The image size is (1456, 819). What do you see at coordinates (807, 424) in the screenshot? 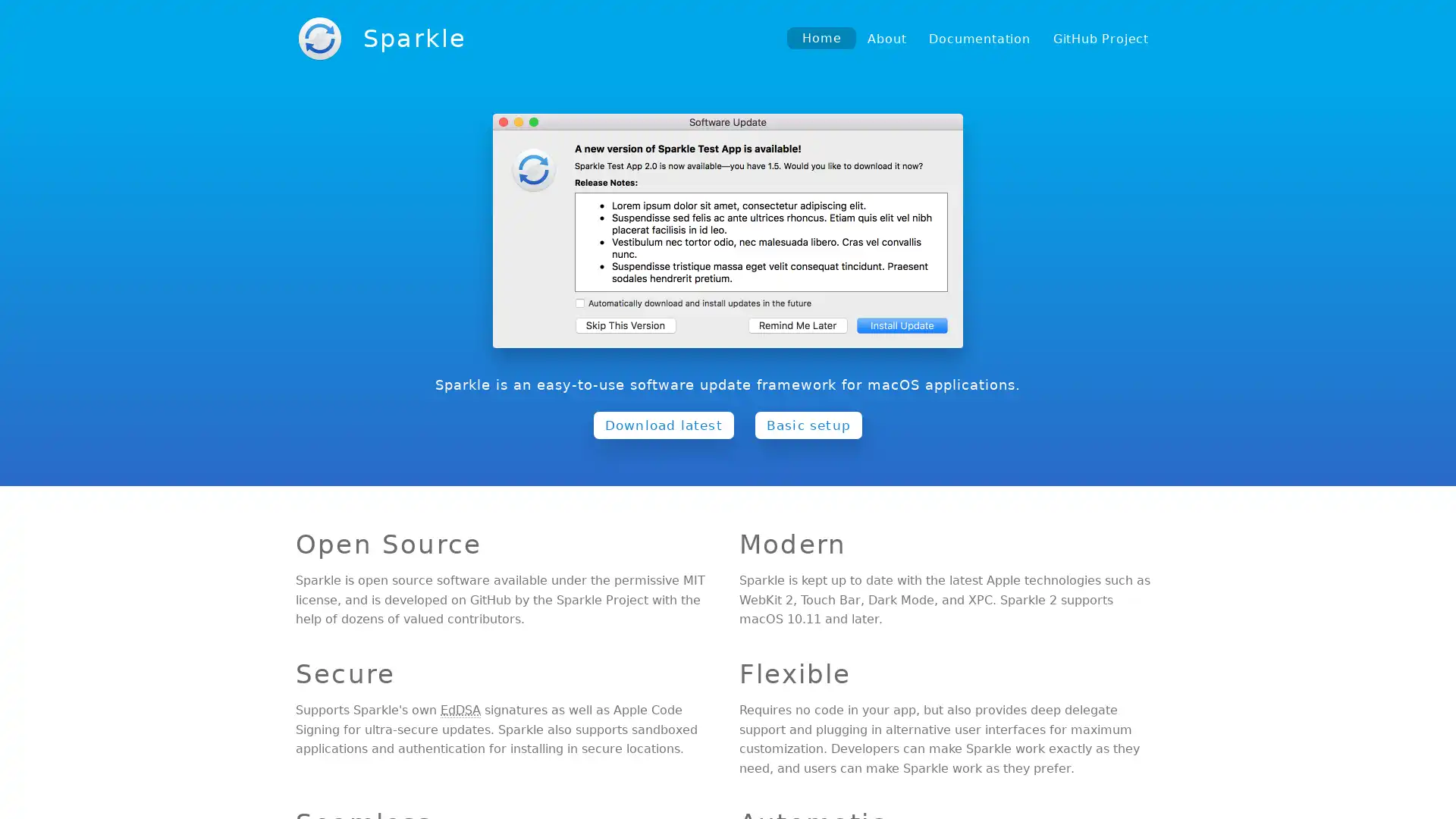
I see `Basic setup` at bounding box center [807, 424].